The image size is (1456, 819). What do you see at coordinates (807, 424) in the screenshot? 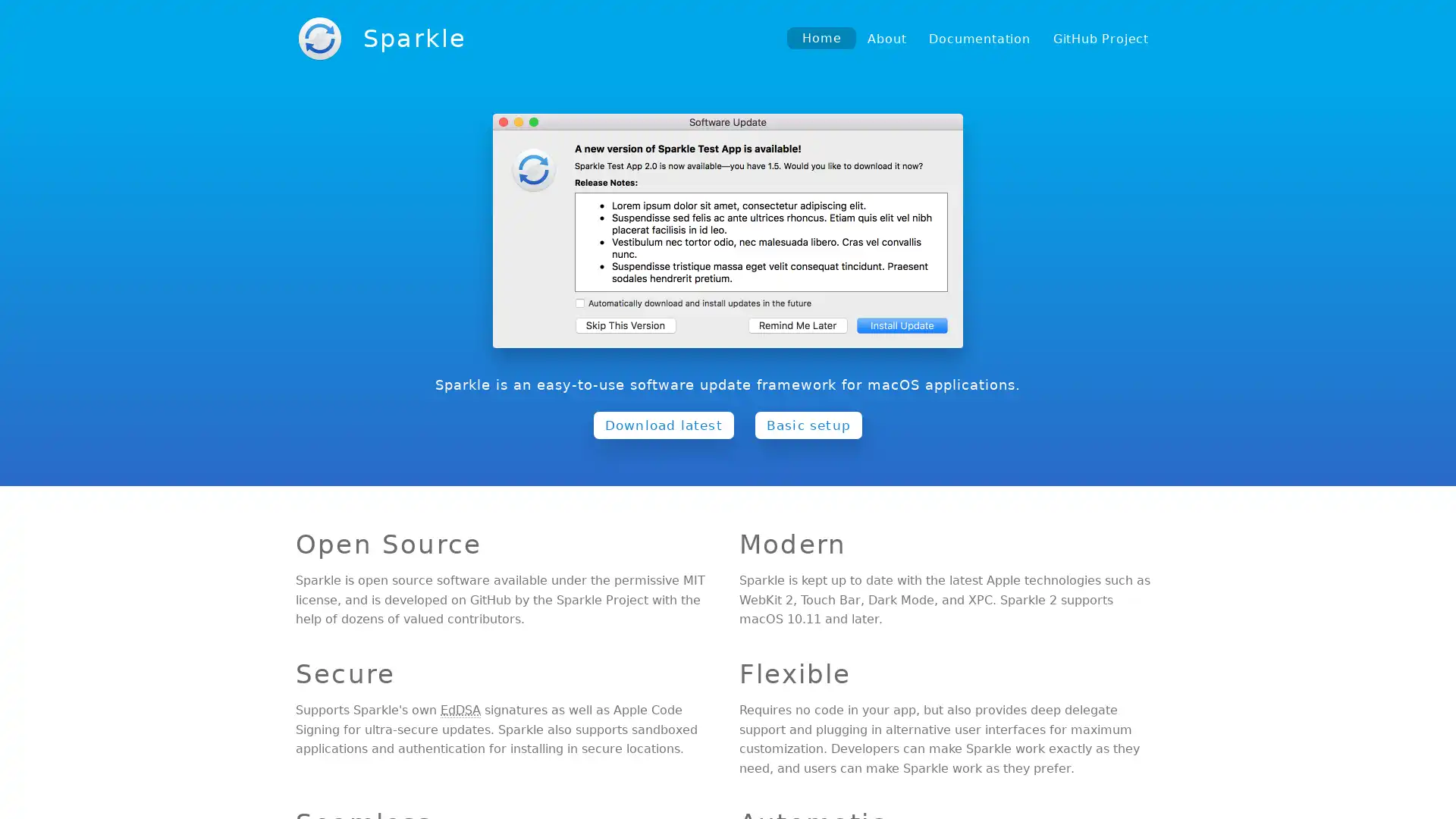
I see `Basic setup` at bounding box center [807, 424].